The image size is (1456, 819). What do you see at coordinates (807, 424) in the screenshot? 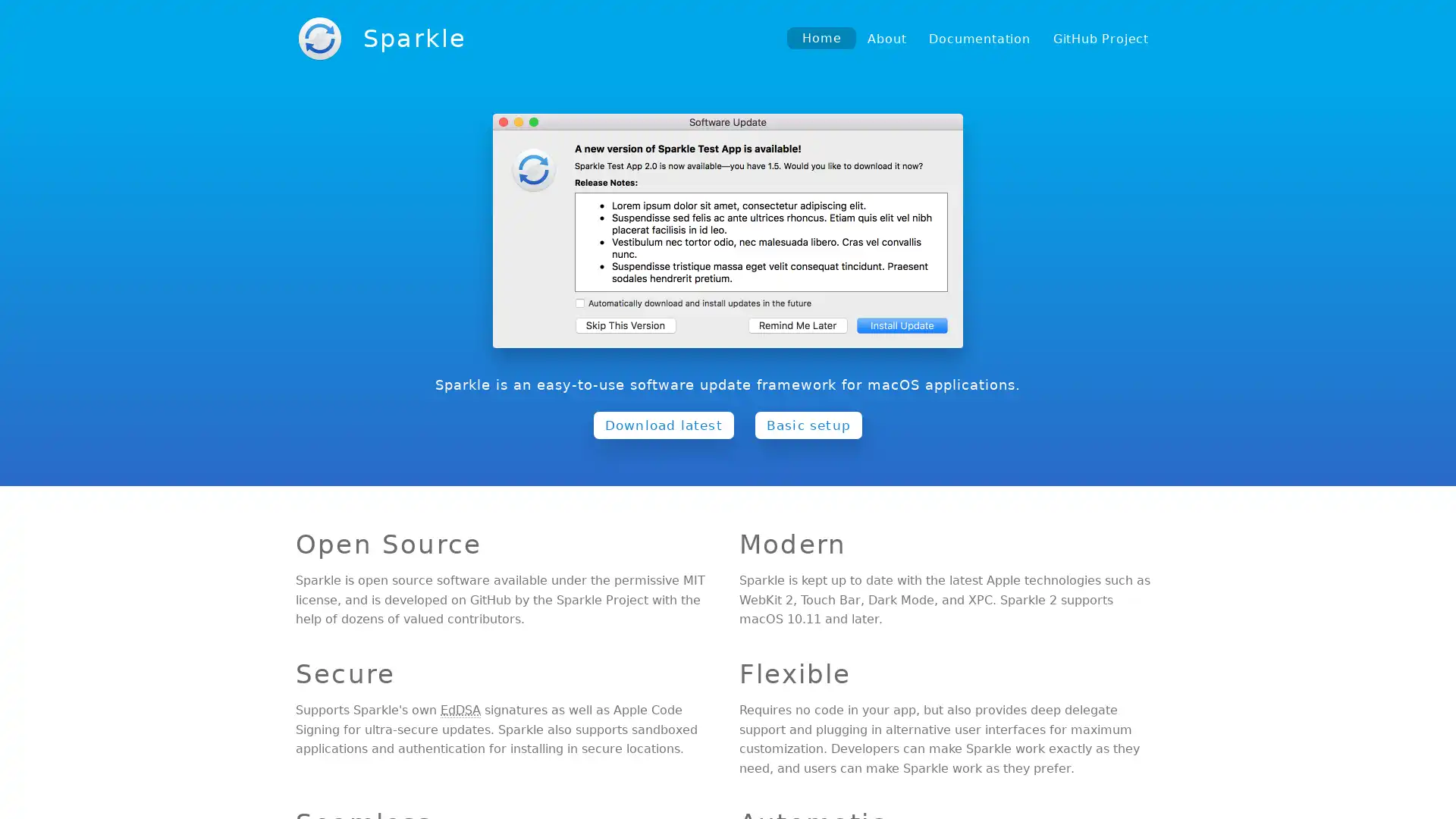
I see `Basic setup` at bounding box center [807, 424].